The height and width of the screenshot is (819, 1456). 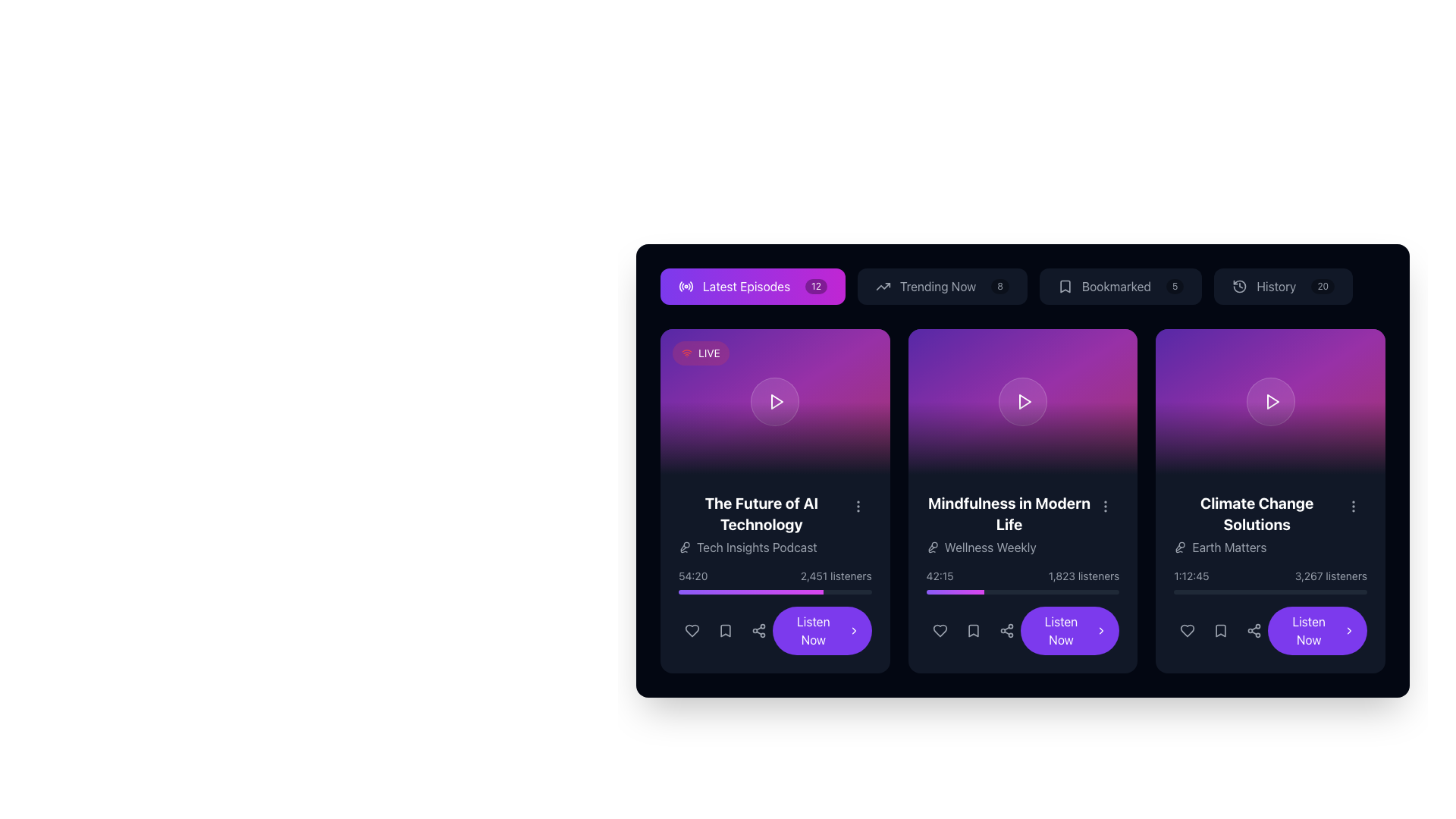 I want to click on the Icon button for the 'Mindfulness in Modern Life' podcast, so click(x=973, y=631).